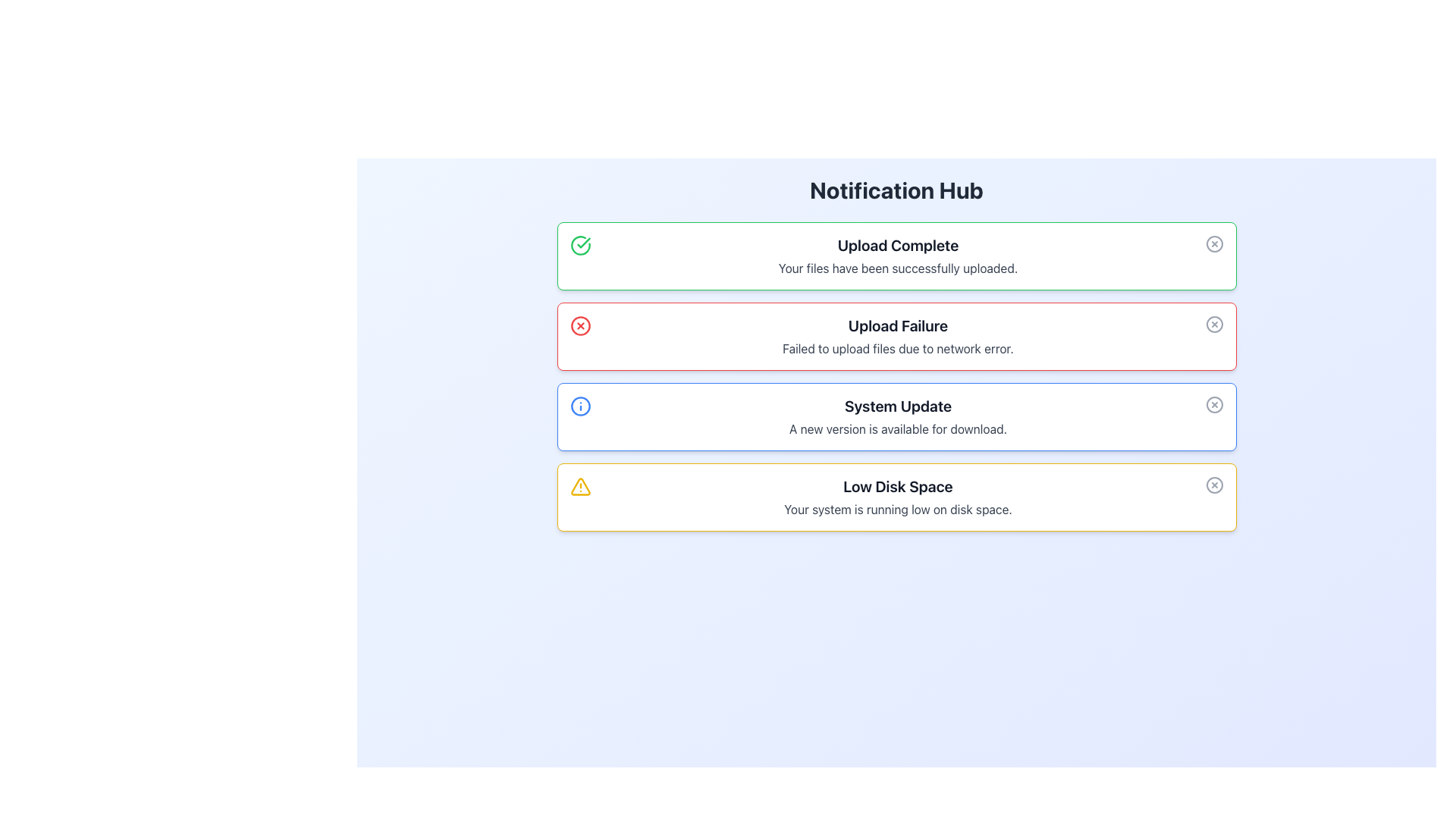  I want to click on the textual notification component titled 'Low Disk Space' with a warning background and yellow border, which is positioned fourth from the top in the notification list, so click(898, 497).